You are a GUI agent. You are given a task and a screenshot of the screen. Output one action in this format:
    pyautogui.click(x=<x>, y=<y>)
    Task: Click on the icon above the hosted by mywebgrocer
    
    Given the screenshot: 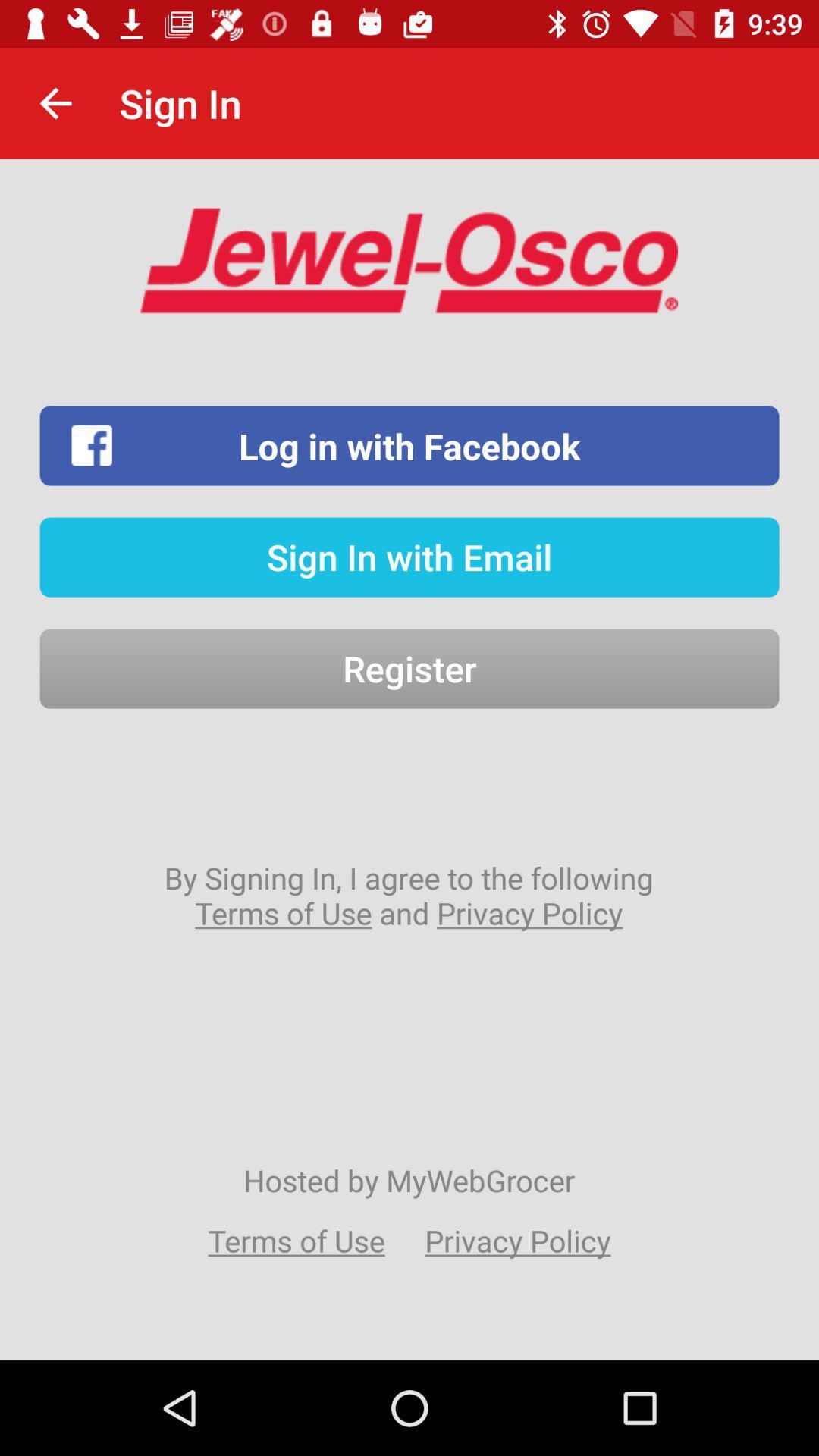 What is the action you would take?
    pyautogui.click(x=408, y=895)
    